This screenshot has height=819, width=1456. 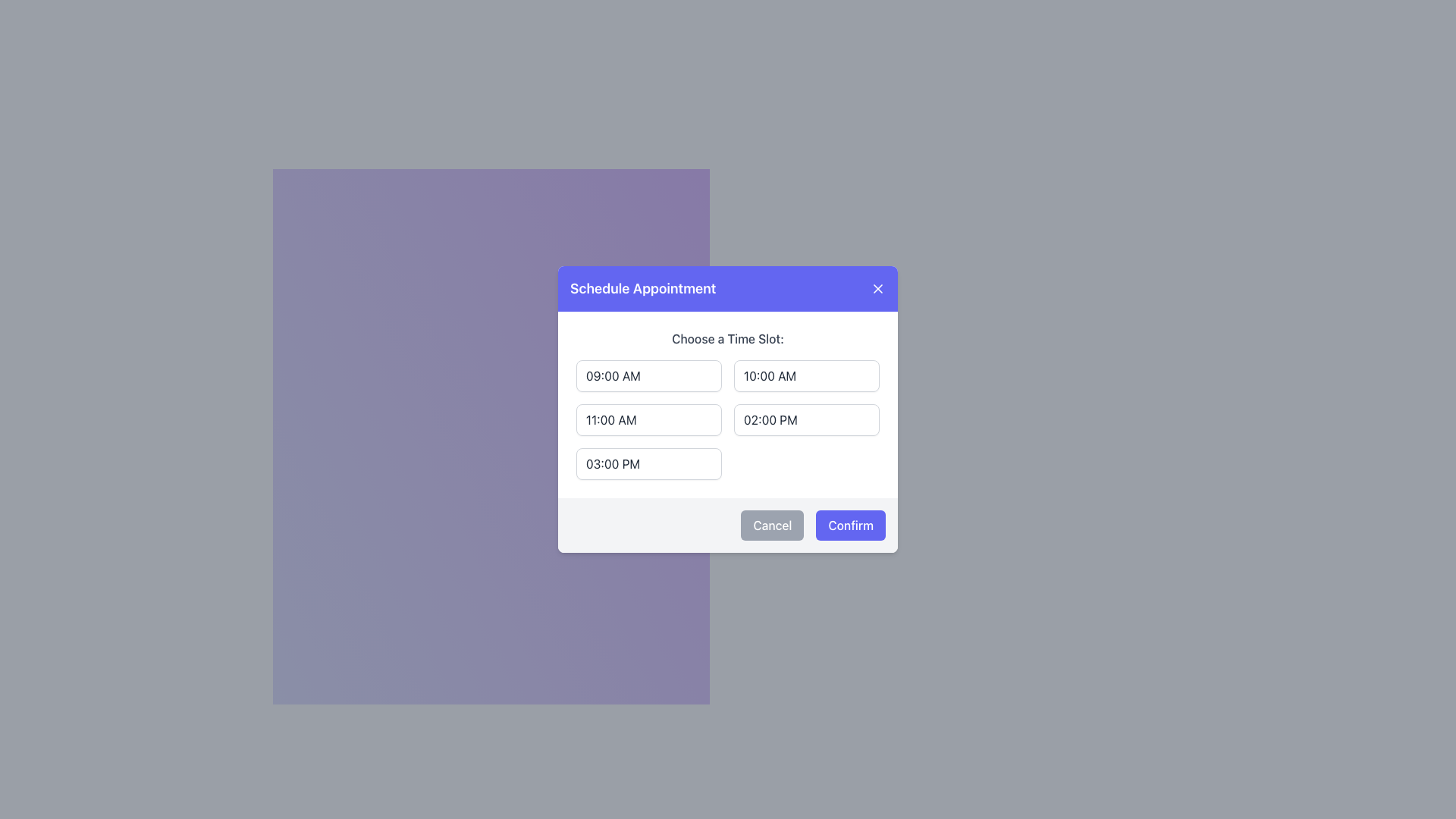 What do you see at coordinates (770, 375) in the screenshot?
I see `the text display element showing '10:00 AM' within the 'Schedule Appointment' modal, which is visually distinct with a white rectangular box and light gray border` at bounding box center [770, 375].